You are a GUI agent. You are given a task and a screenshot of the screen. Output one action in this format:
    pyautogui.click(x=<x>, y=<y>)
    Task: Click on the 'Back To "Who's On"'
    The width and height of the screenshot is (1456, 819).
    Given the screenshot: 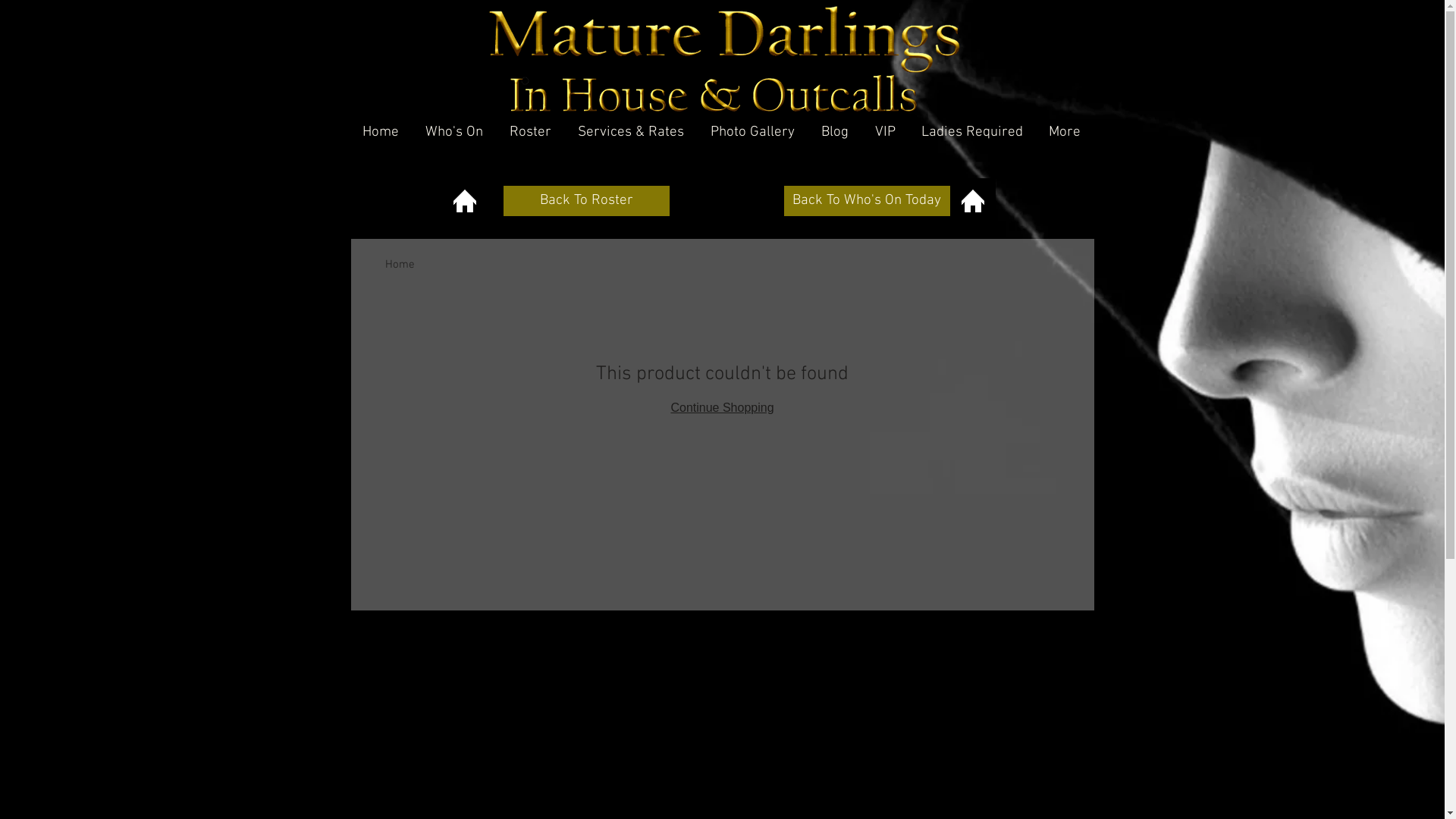 What is the action you would take?
    pyautogui.click(x=971, y=200)
    